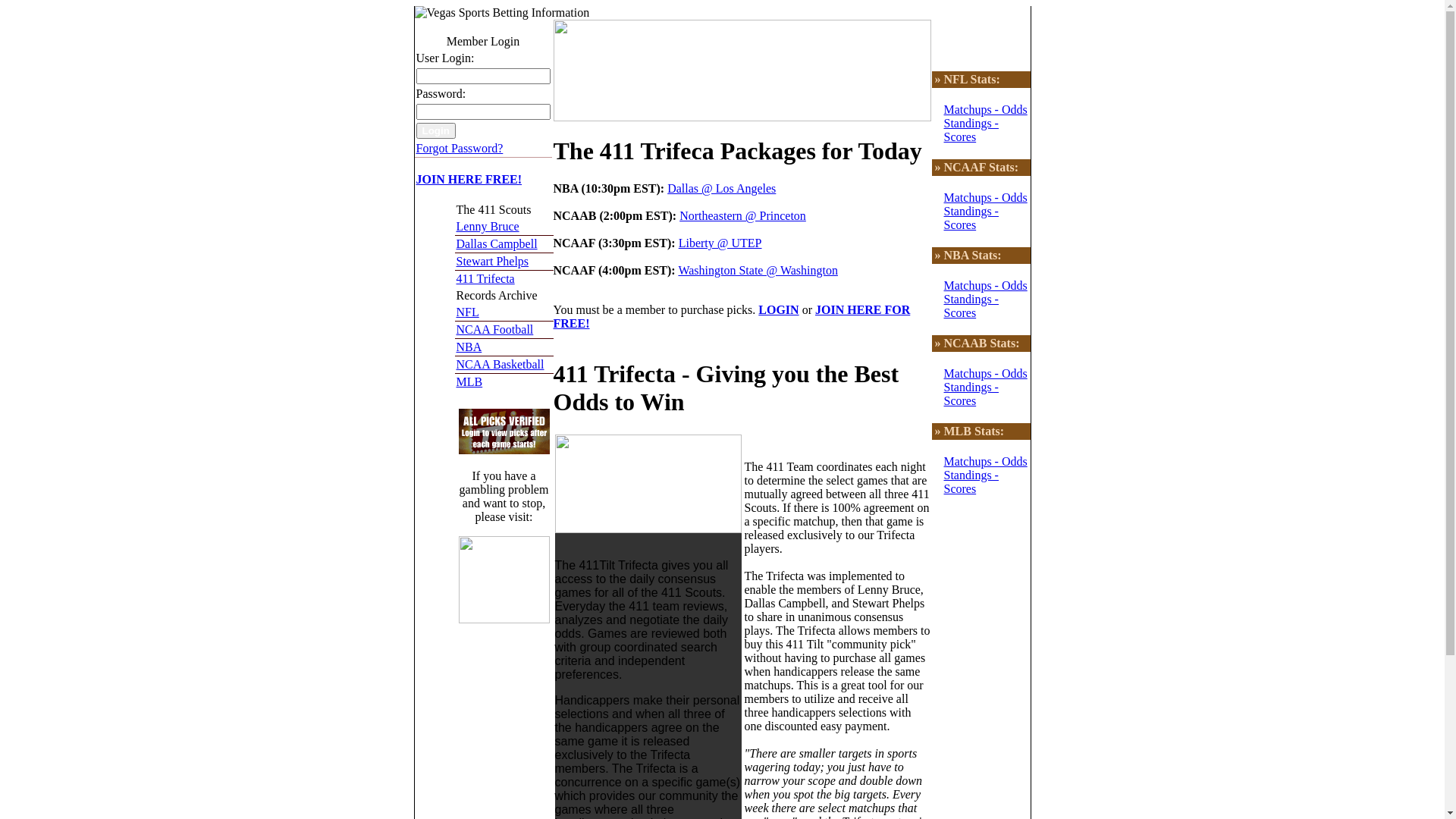 The height and width of the screenshot is (819, 1456). Describe the element at coordinates (985, 299) in the screenshot. I see `'Matchups - Odds` at that location.